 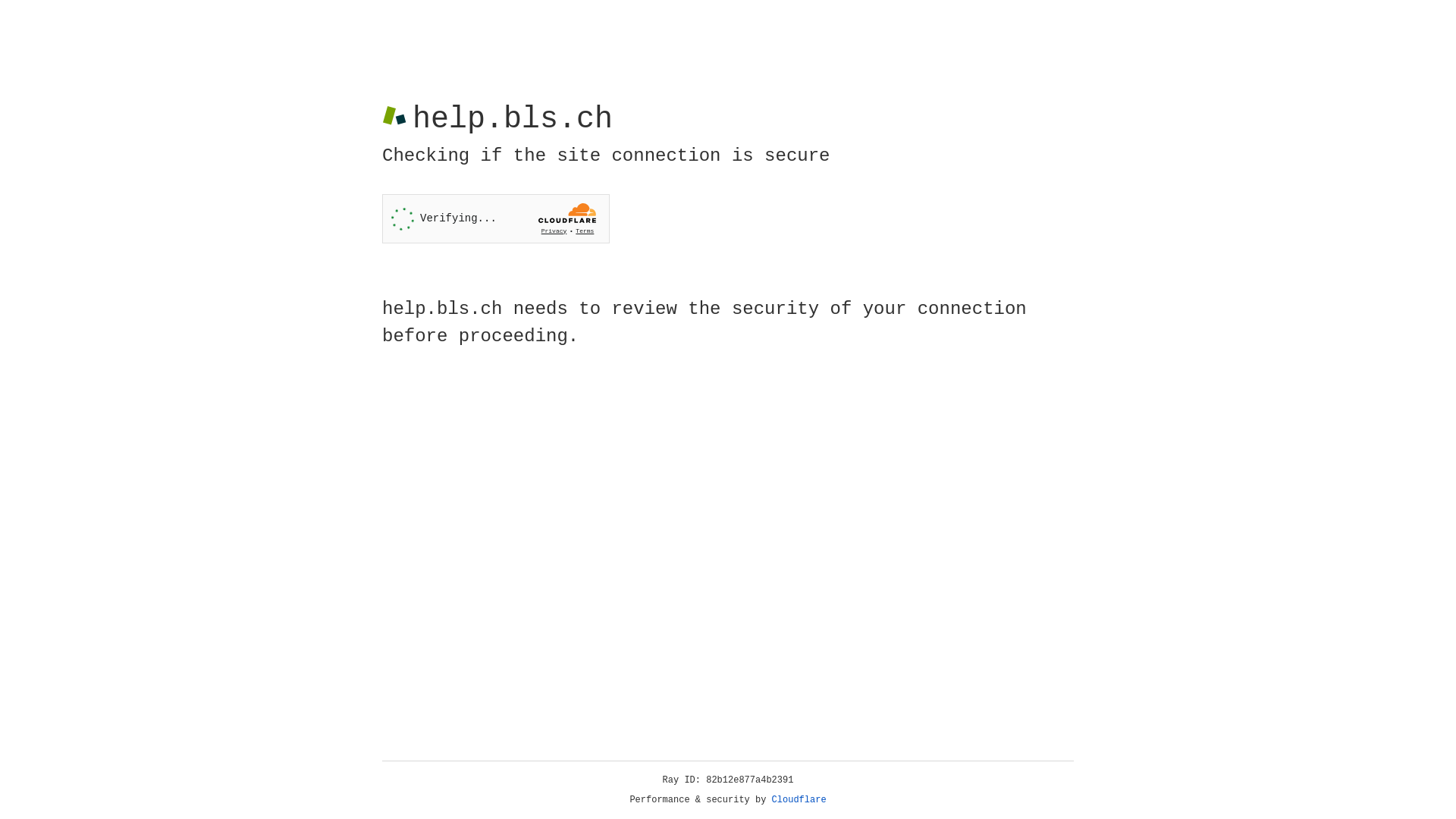 What do you see at coordinates (495, 218) in the screenshot?
I see `'Widget containing a Cloudflare security challenge'` at bounding box center [495, 218].